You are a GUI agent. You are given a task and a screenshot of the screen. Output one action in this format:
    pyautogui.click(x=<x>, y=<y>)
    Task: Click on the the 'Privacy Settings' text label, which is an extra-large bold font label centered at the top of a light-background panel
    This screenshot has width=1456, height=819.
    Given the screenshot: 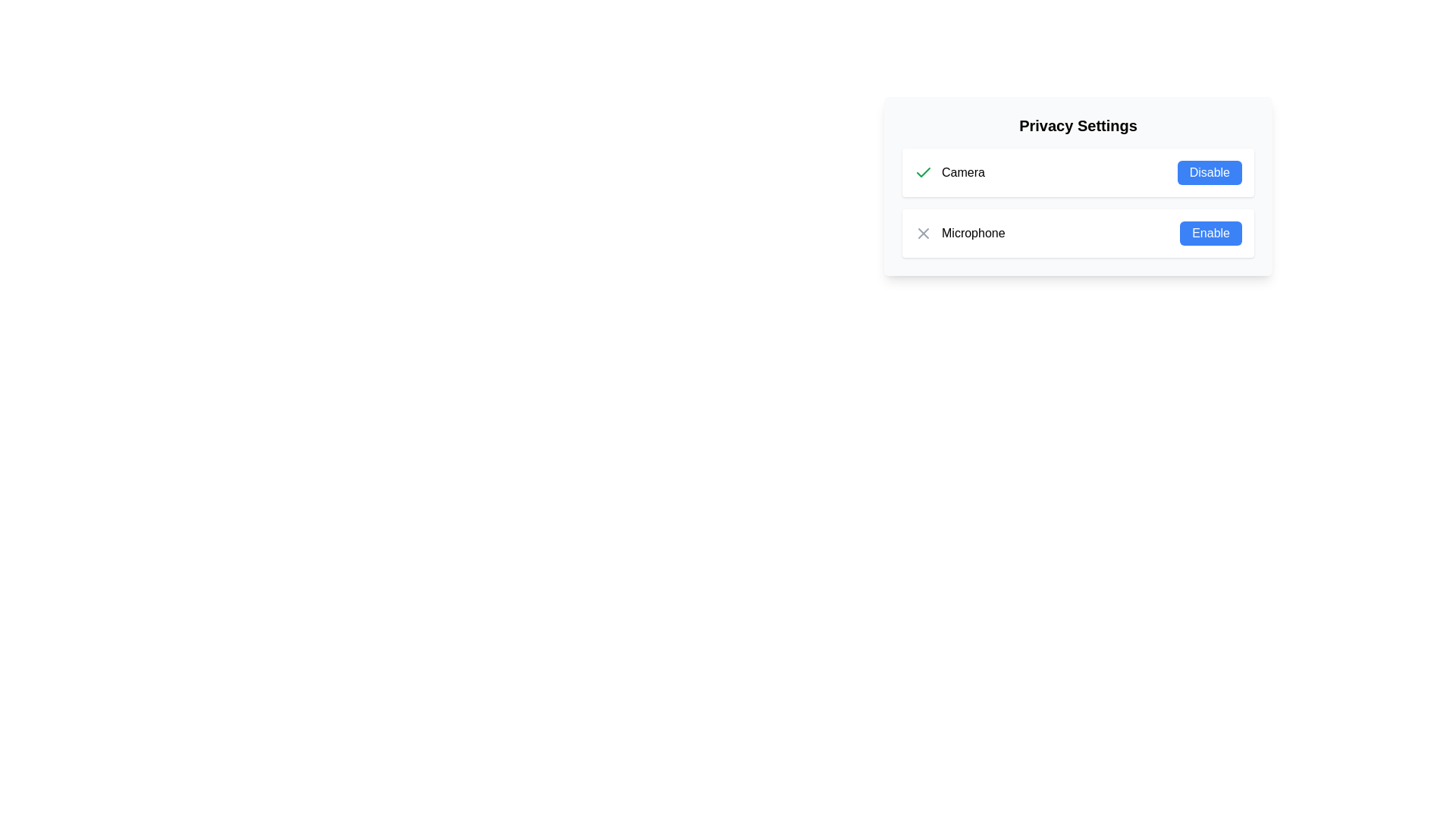 What is the action you would take?
    pyautogui.click(x=1077, y=124)
    